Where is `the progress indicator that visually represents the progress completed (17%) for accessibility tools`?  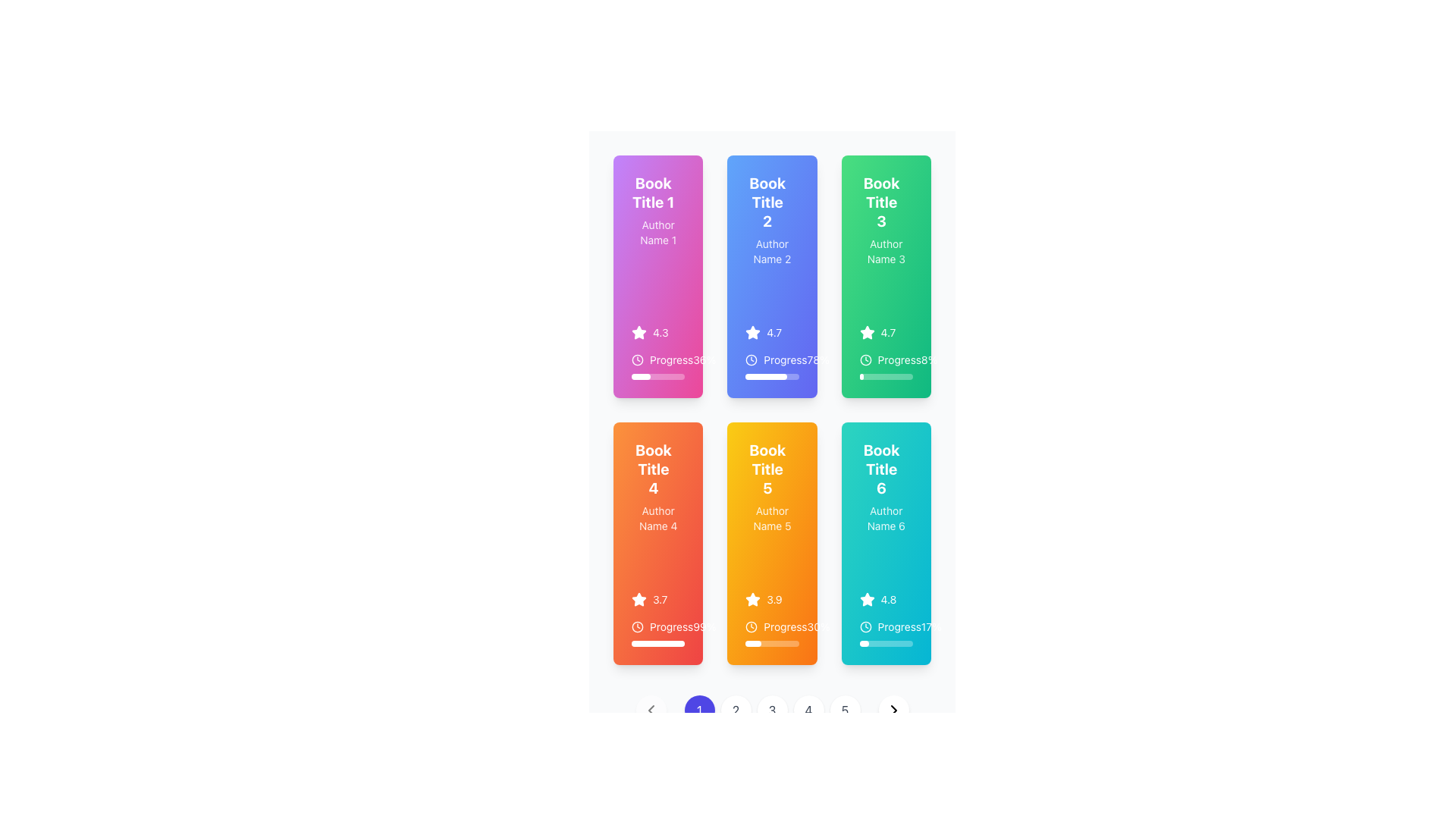 the progress indicator that visually represents the progress completed (17%) for accessibility tools is located at coordinates (886, 632).